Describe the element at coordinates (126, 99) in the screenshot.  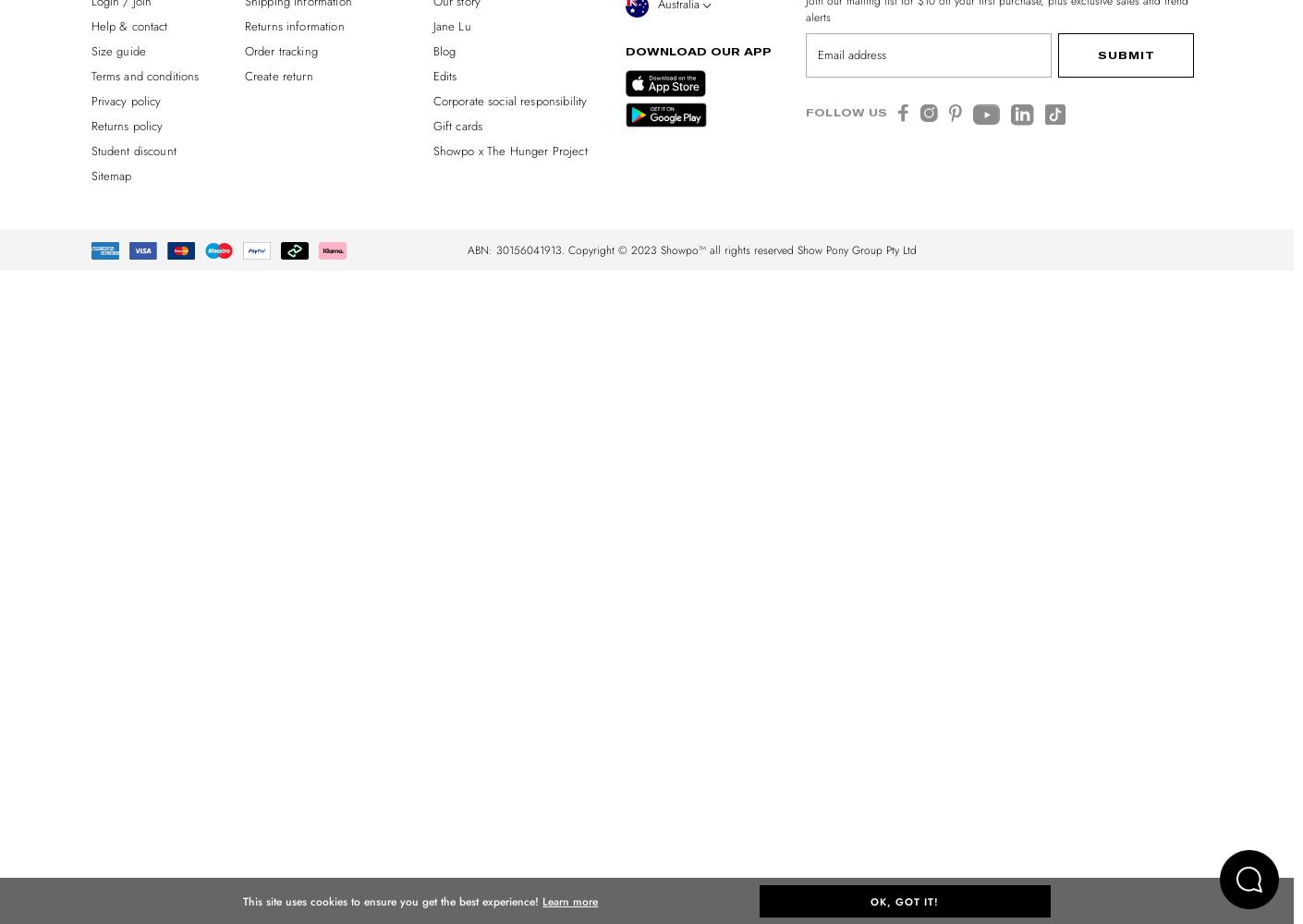
I see `'Privacy policy'` at that location.